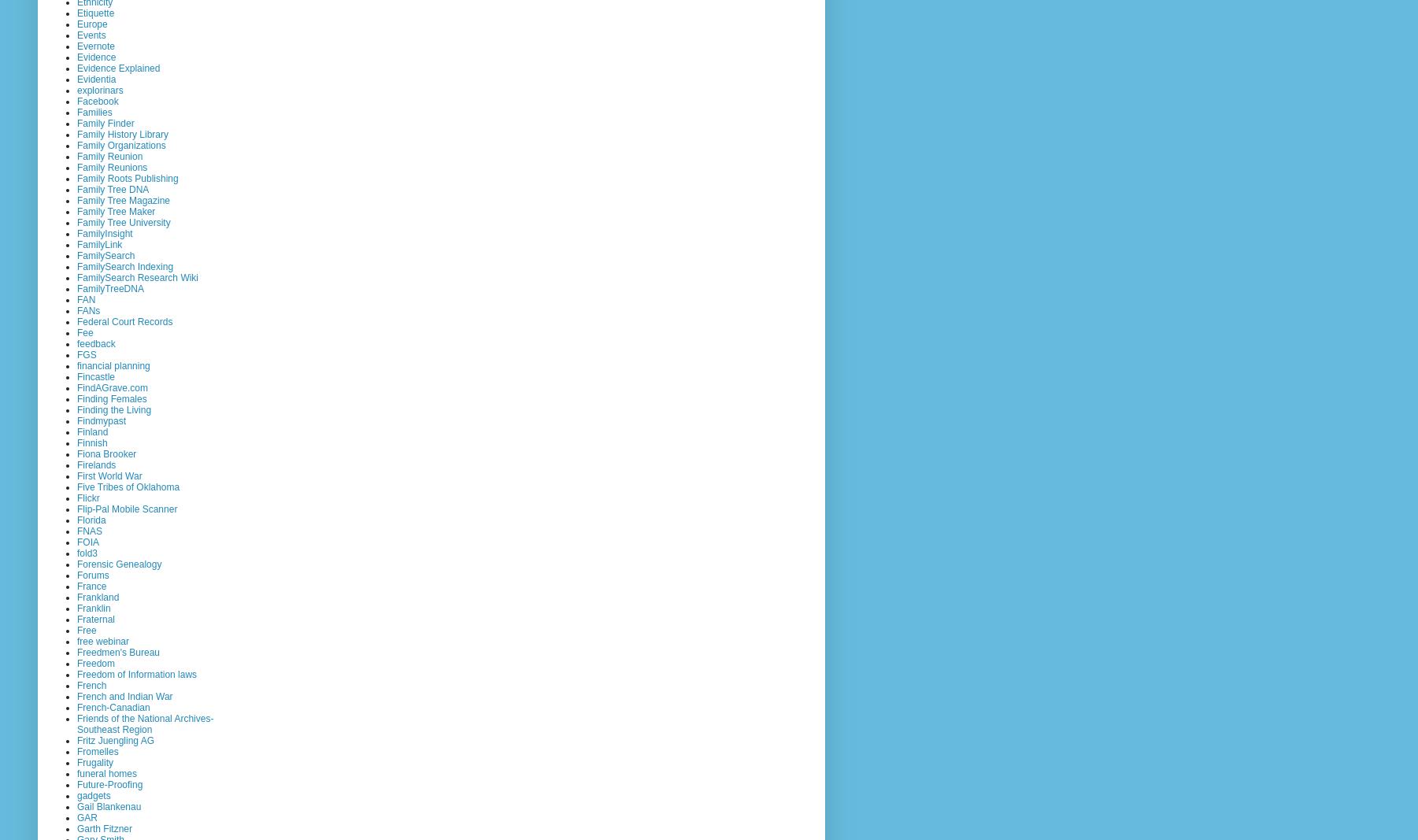 This screenshot has width=1418, height=840. What do you see at coordinates (76, 640) in the screenshot?
I see `'free webinar'` at bounding box center [76, 640].